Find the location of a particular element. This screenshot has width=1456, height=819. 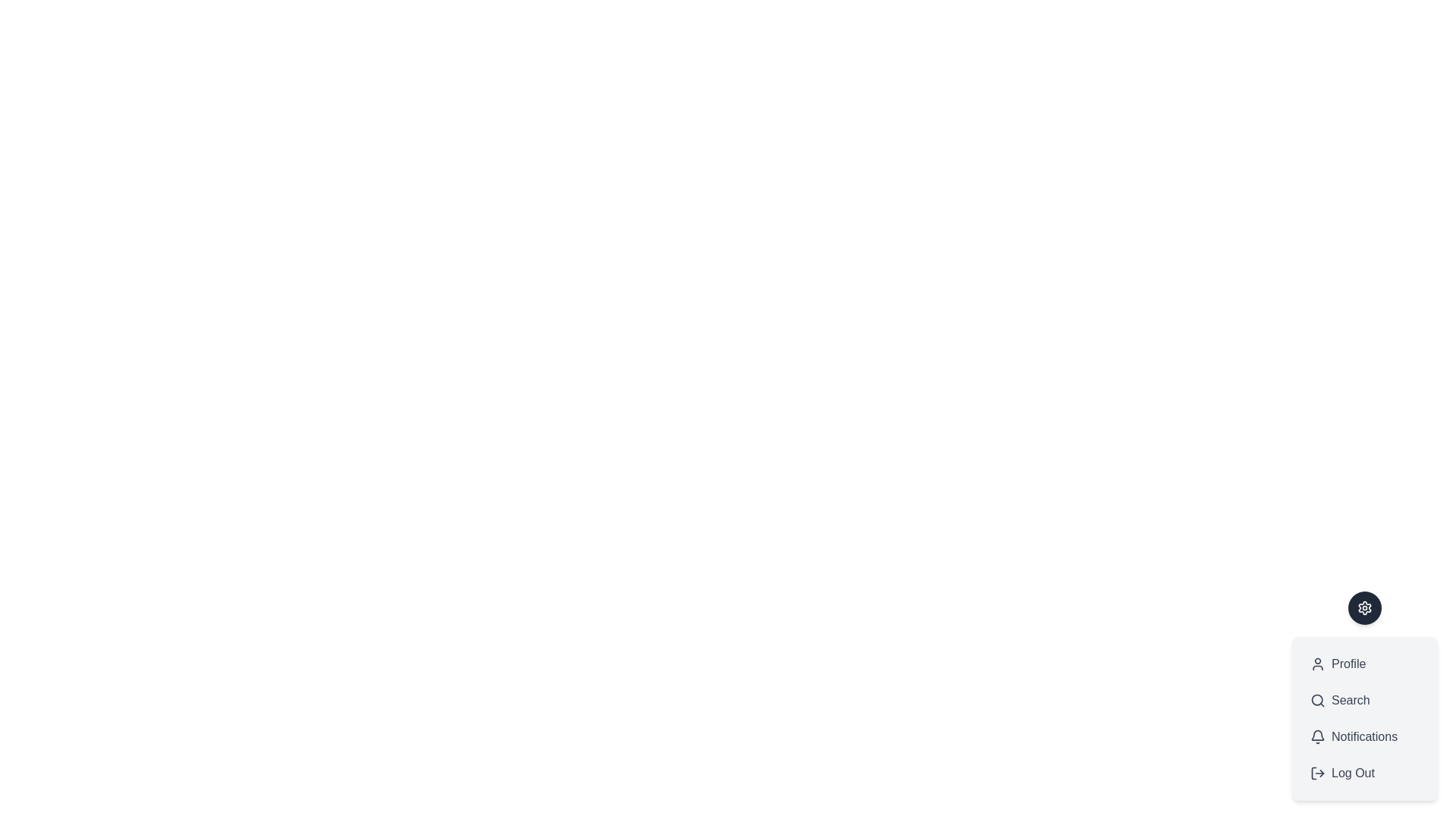

the 'Notifications' menu item with a bell icon in the dropdown menu is located at coordinates (1365, 736).